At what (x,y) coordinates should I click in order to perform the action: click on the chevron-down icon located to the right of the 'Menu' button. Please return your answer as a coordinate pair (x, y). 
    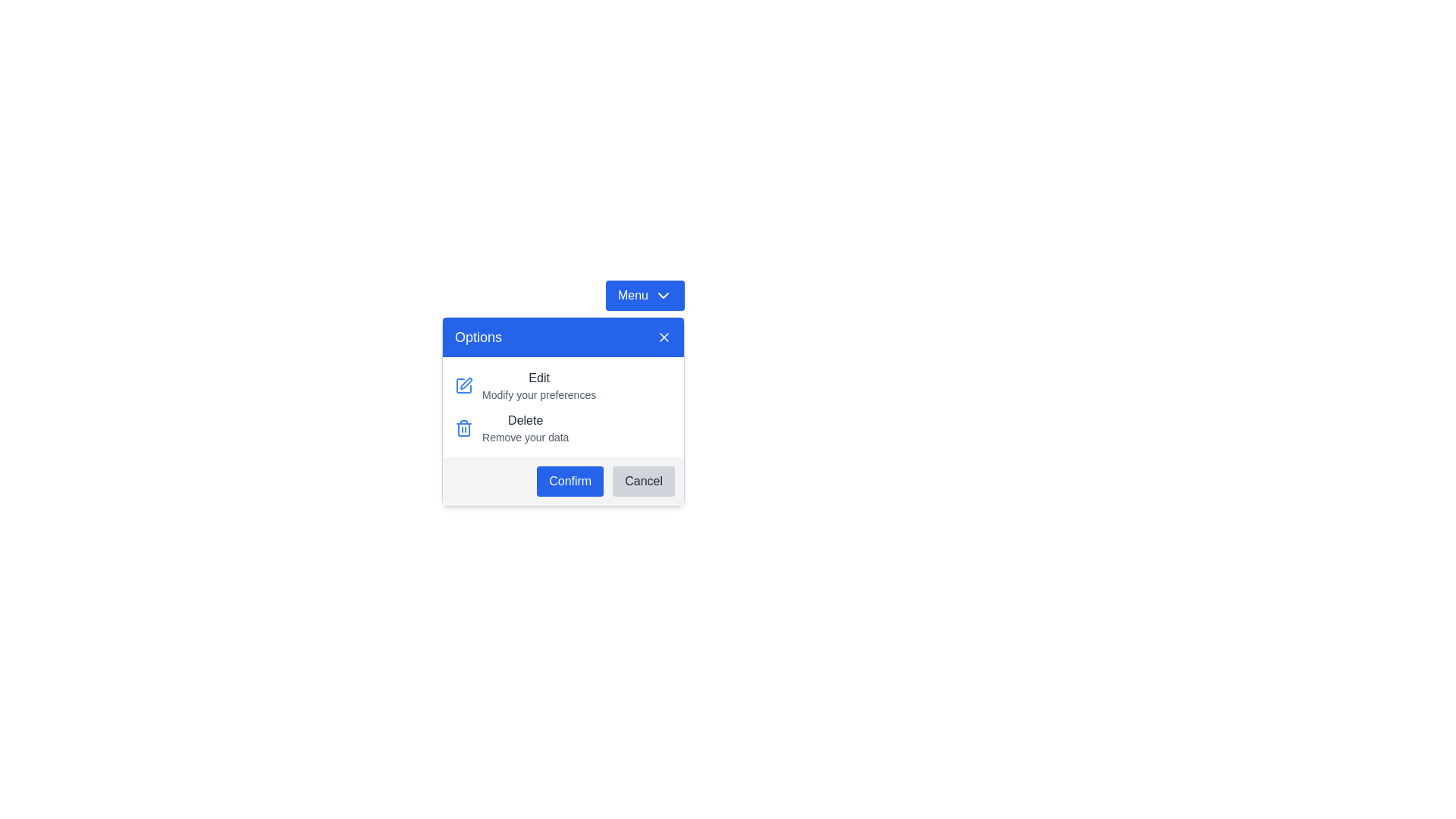
    Looking at the image, I should click on (663, 295).